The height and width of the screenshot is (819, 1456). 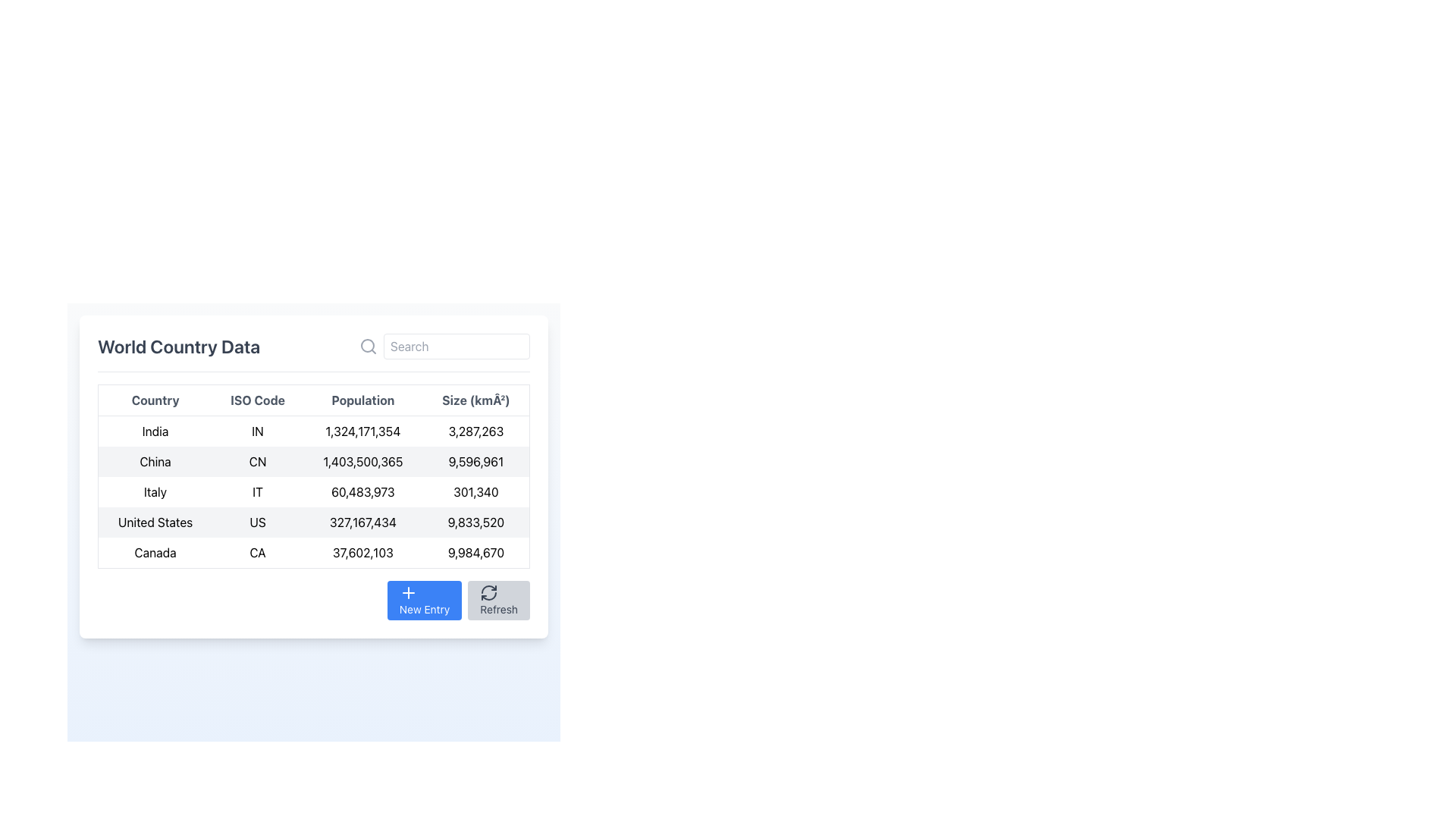 What do you see at coordinates (362, 400) in the screenshot?
I see `the 'Population' header text label in the third column of the data table, which is located below the search bar and the title 'World Country Data'` at bounding box center [362, 400].